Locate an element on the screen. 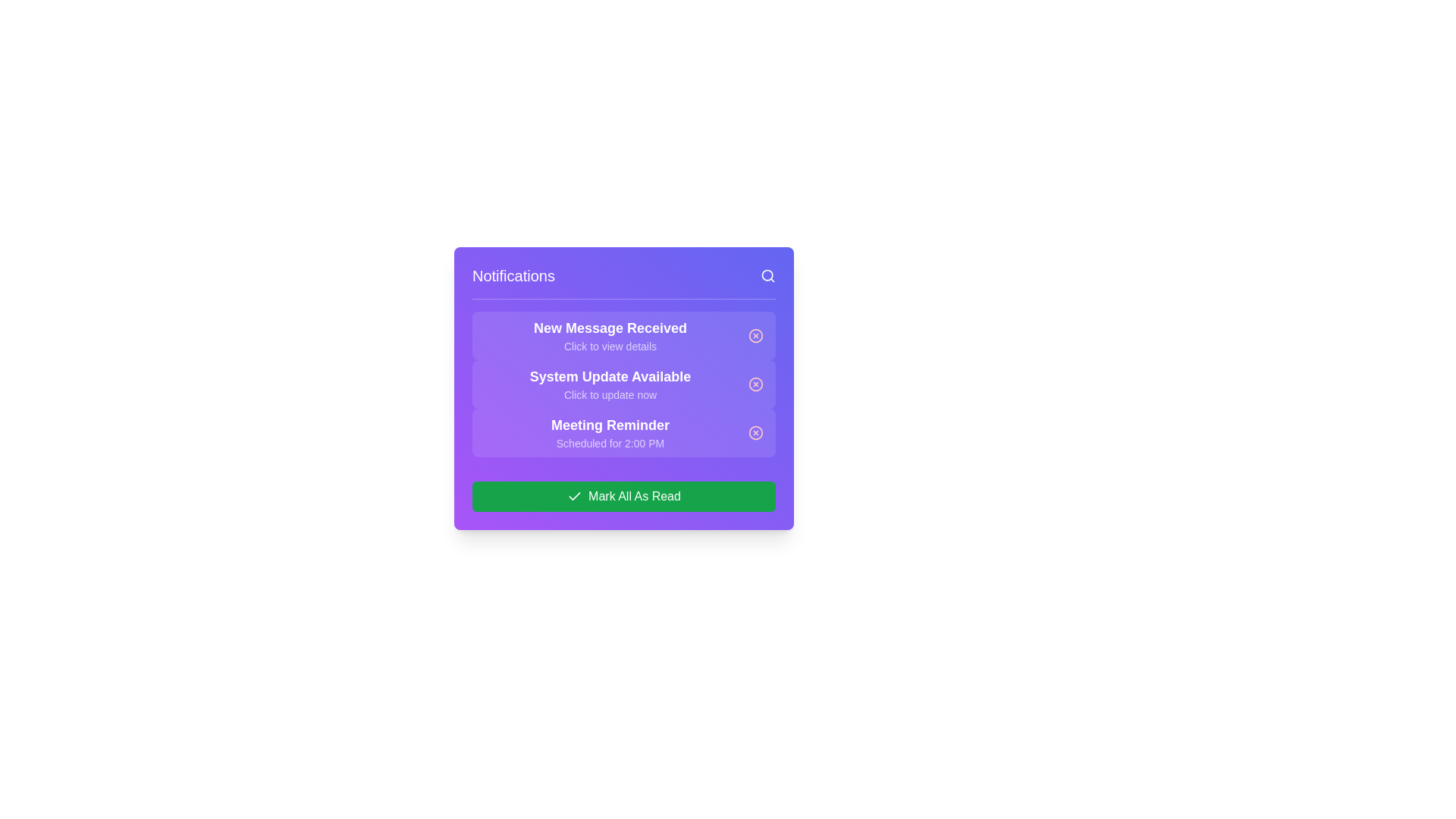  the search icon located in the top-right corner of the 'Notifications' section is located at coordinates (767, 275).